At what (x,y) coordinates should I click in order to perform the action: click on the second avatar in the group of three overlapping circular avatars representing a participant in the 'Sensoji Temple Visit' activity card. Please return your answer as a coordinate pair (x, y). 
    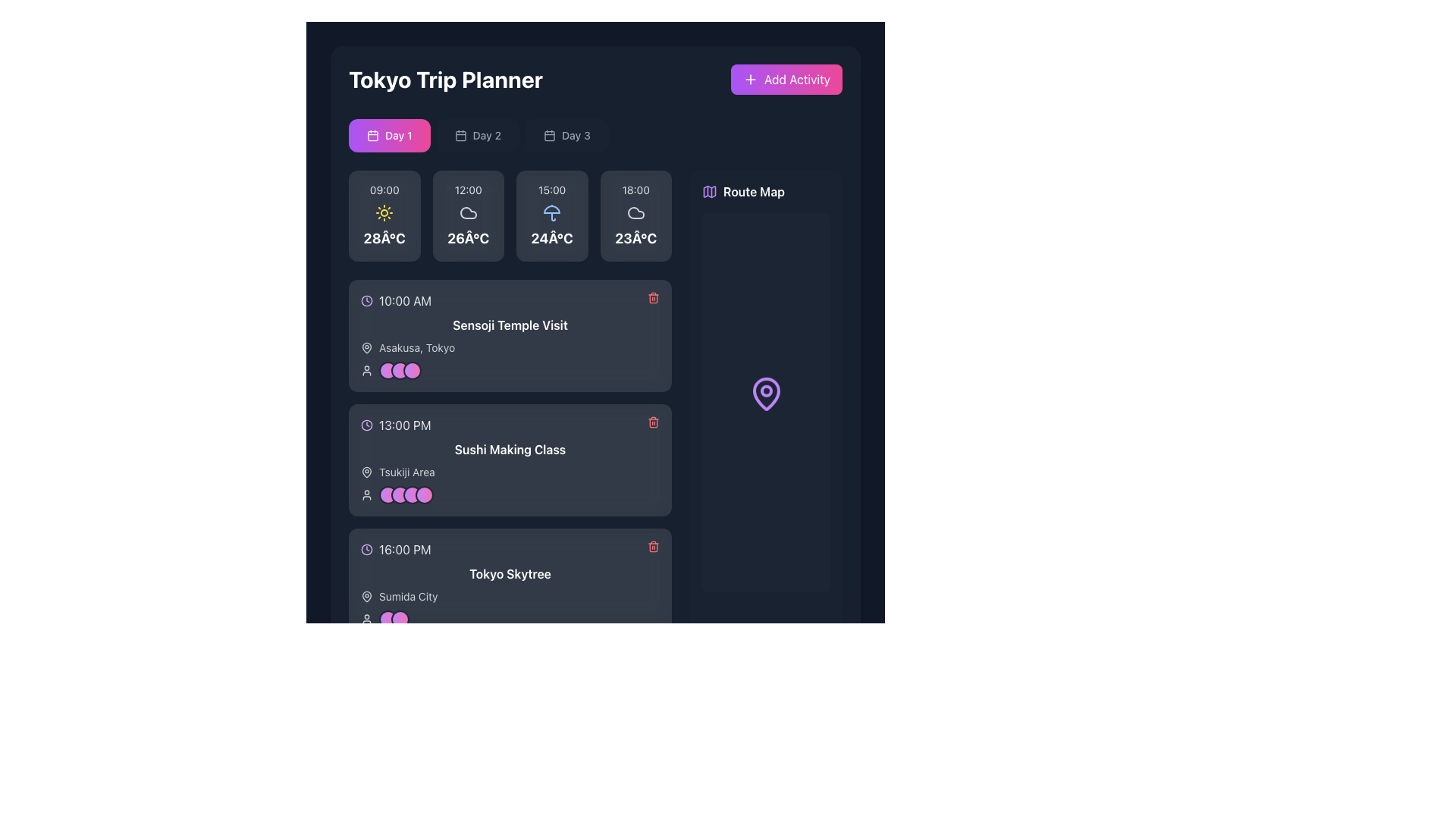
    Looking at the image, I should click on (400, 371).